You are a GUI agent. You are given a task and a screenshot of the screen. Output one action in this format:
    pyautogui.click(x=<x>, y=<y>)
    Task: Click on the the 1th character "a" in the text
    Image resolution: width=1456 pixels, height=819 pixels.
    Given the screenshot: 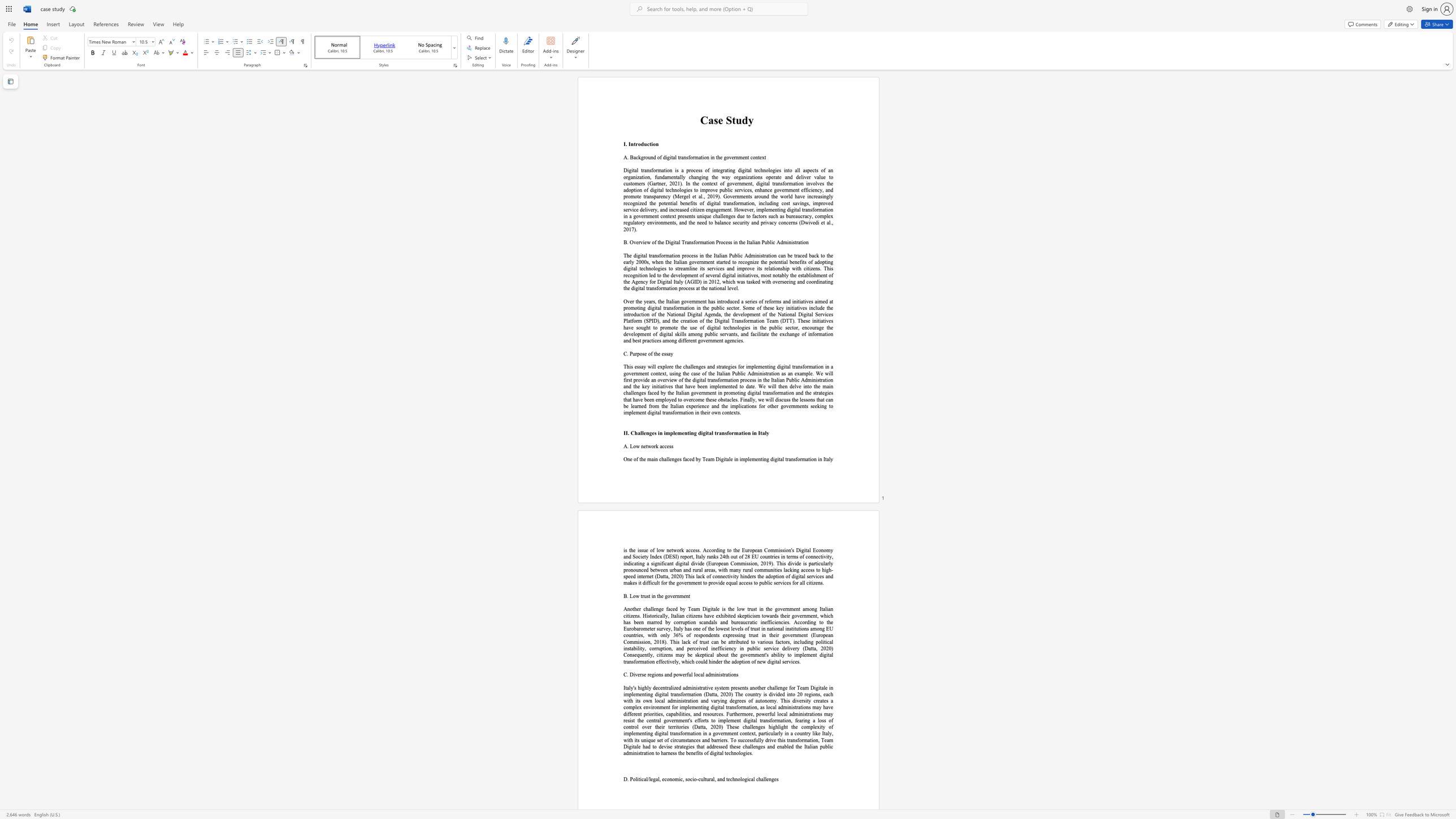 What is the action you would take?
    pyautogui.click(x=669, y=353)
    